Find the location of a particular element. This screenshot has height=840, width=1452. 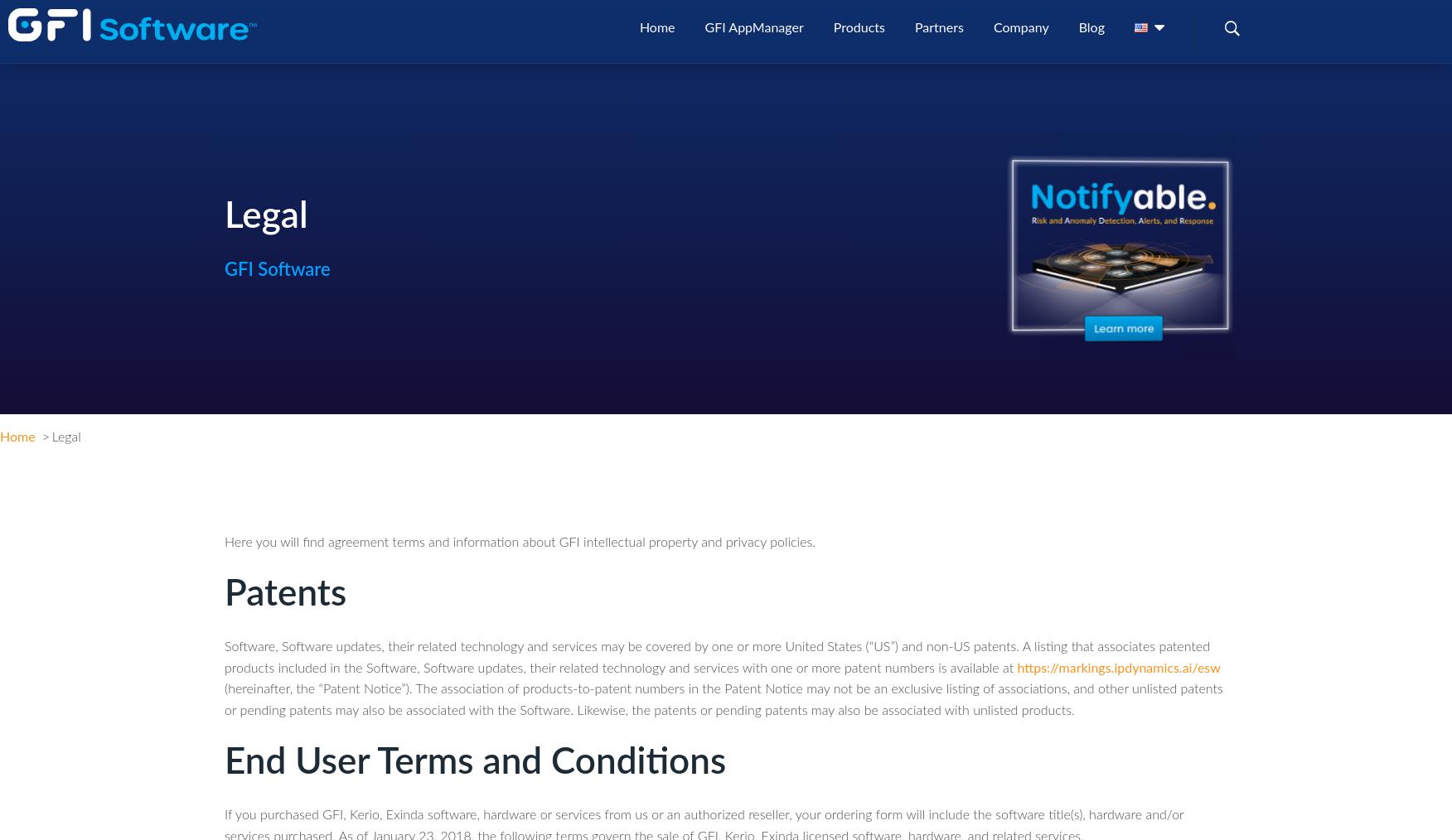

'Partners' is located at coordinates (937, 37).